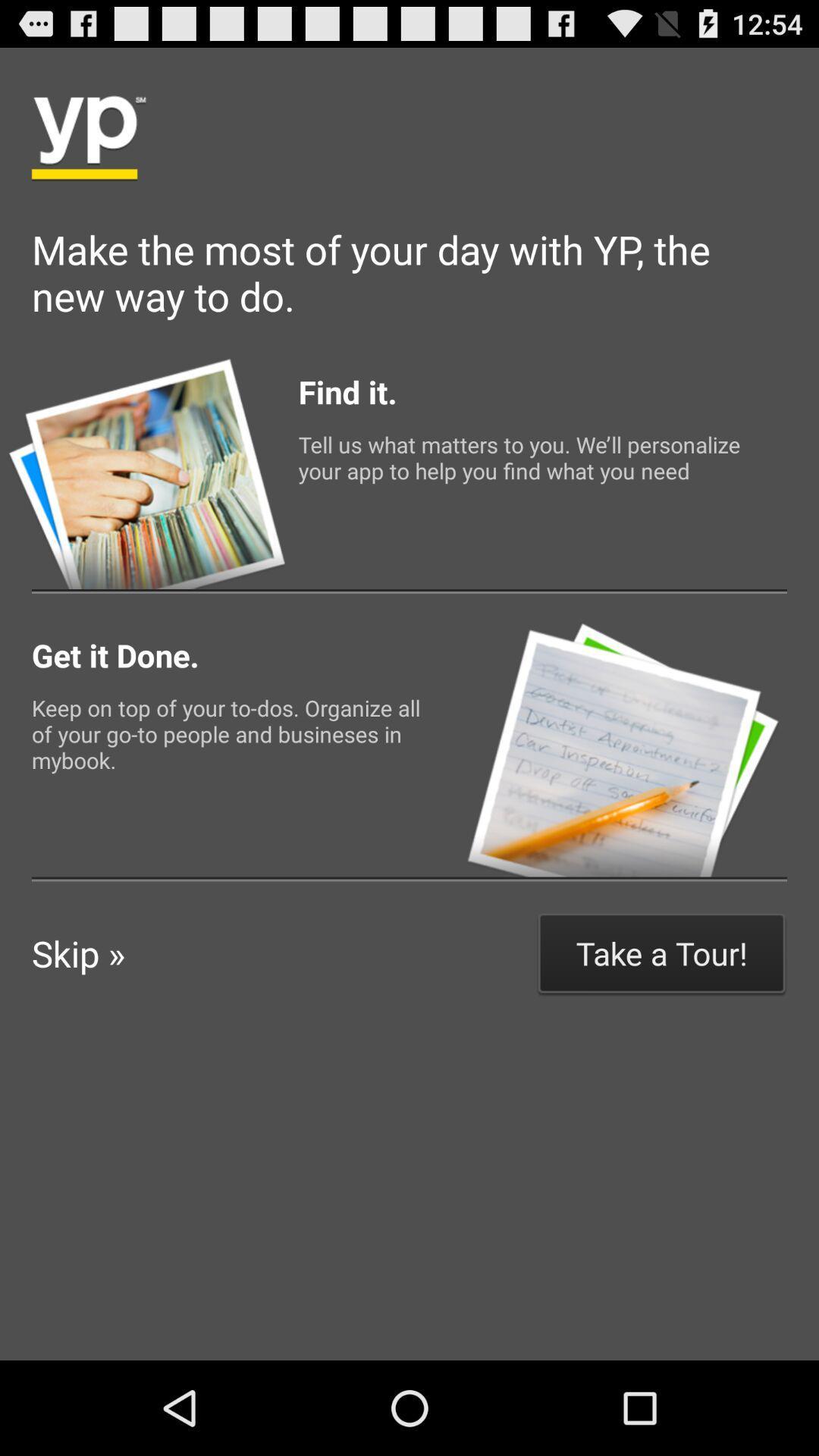 The image size is (819, 1456). Describe the element at coordinates (78, 952) in the screenshot. I see `the icon to the left of take a tour! icon` at that location.